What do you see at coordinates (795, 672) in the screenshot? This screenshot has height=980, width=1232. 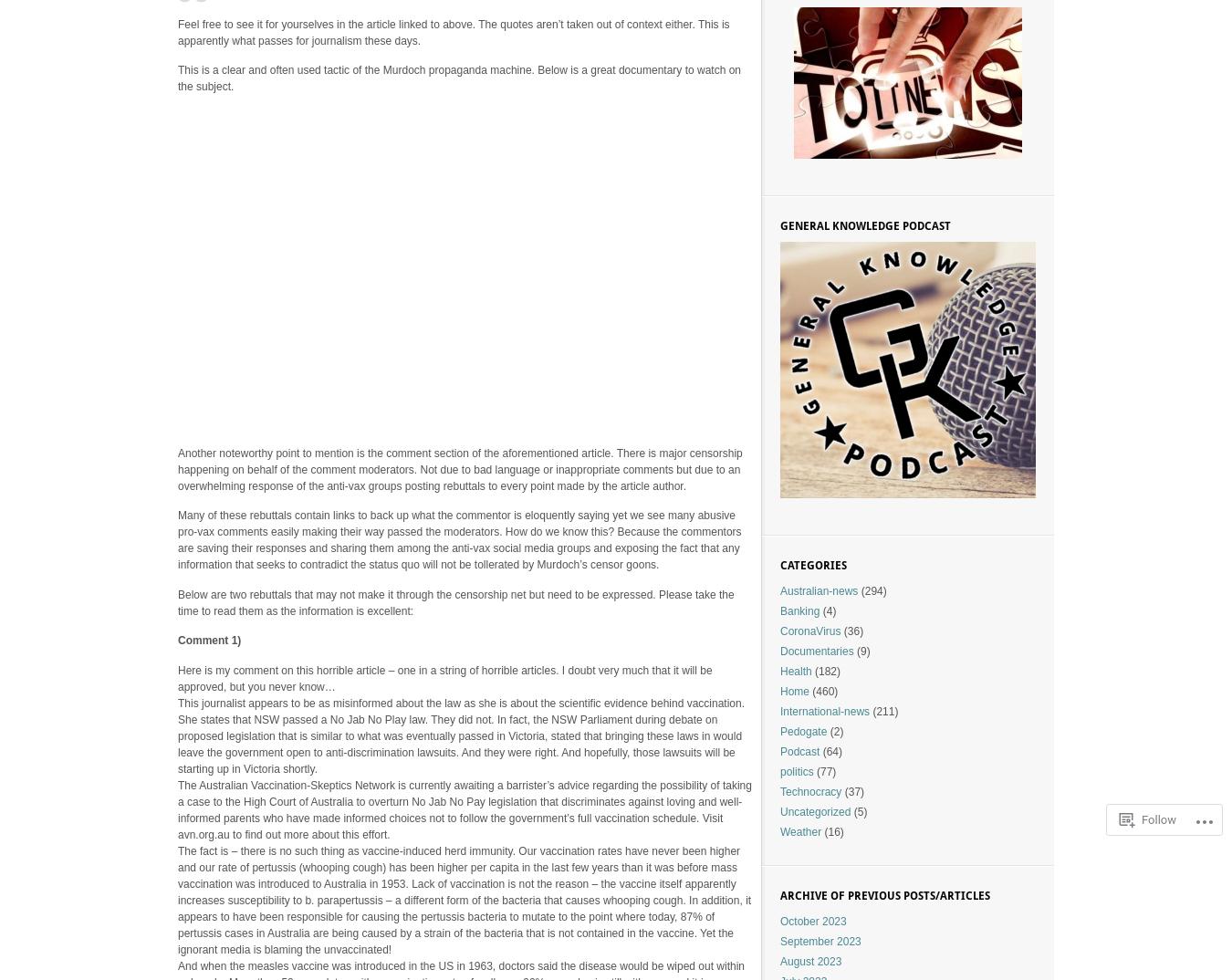 I see `'Health'` at bounding box center [795, 672].